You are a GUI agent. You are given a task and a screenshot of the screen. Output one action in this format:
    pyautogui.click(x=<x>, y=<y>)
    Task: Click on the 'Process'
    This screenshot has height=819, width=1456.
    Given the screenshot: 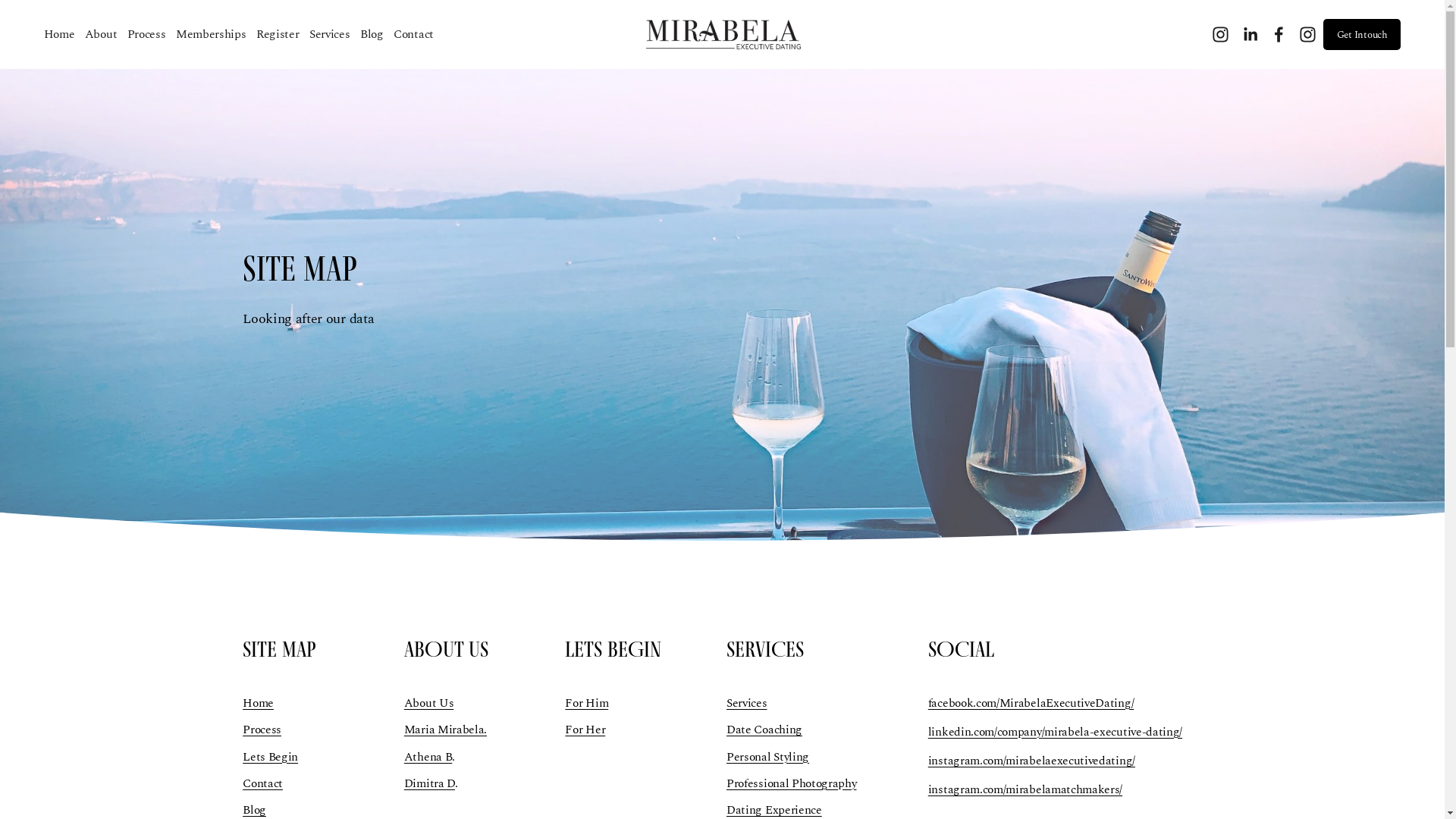 What is the action you would take?
    pyautogui.click(x=127, y=34)
    